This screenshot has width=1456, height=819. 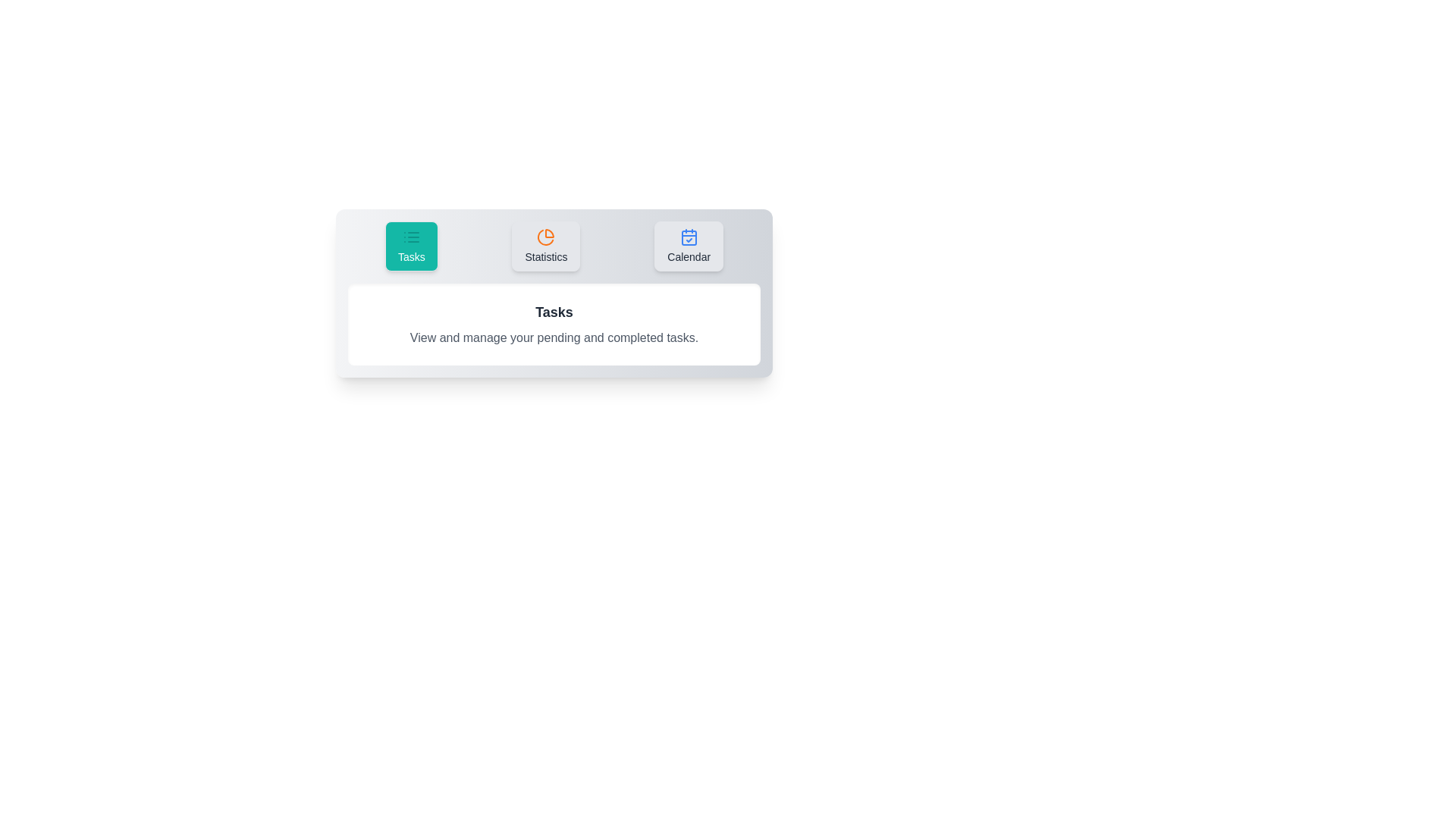 I want to click on the Tasks tab to view its content, so click(x=411, y=245).